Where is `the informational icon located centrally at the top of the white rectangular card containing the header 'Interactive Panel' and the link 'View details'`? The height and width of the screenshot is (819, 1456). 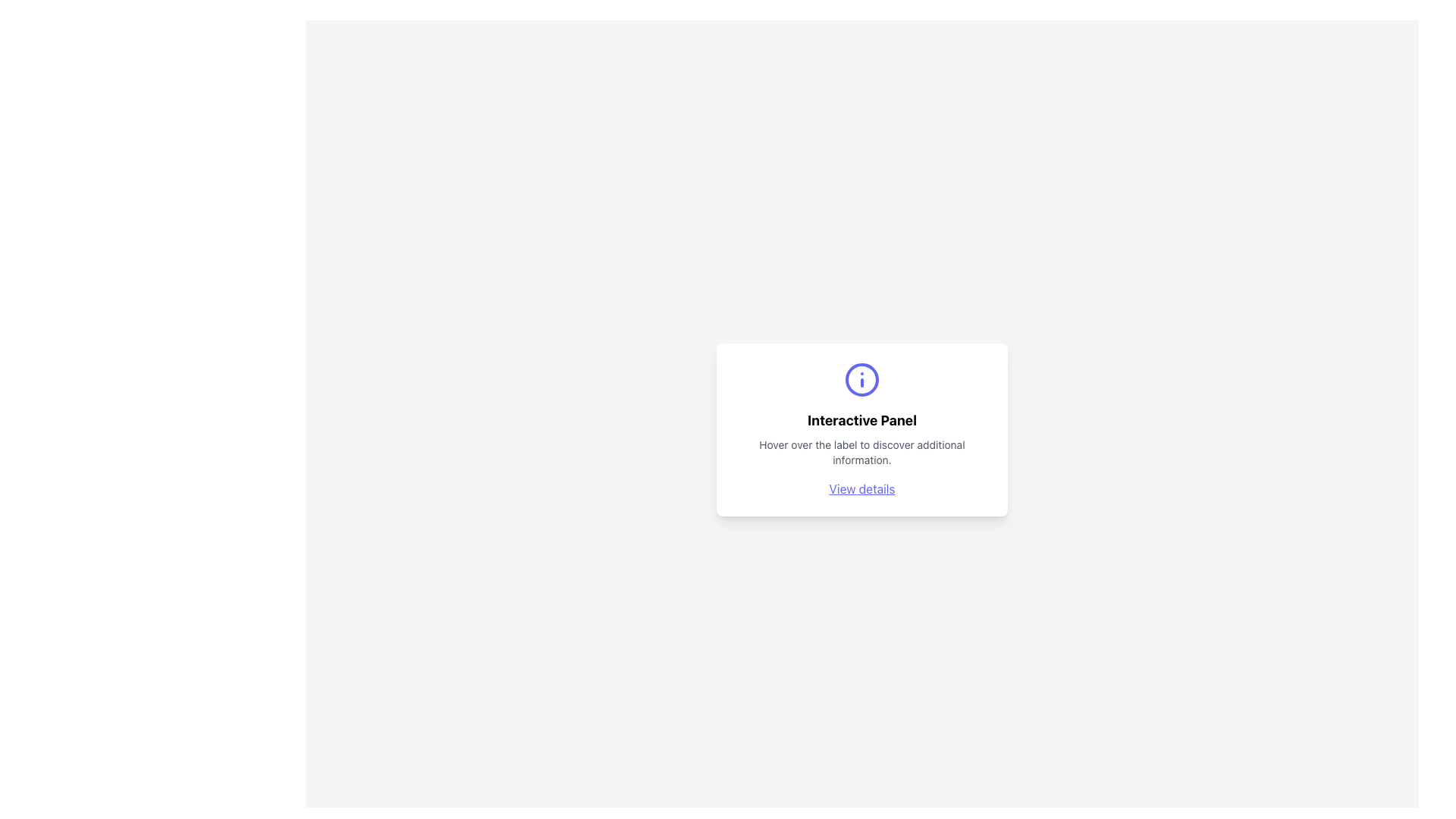
the informational icon located centrally at the top of the white rectangular card containing the header 'Interactive Panel' and the link 'View details' is located at coordinates (862, 379).